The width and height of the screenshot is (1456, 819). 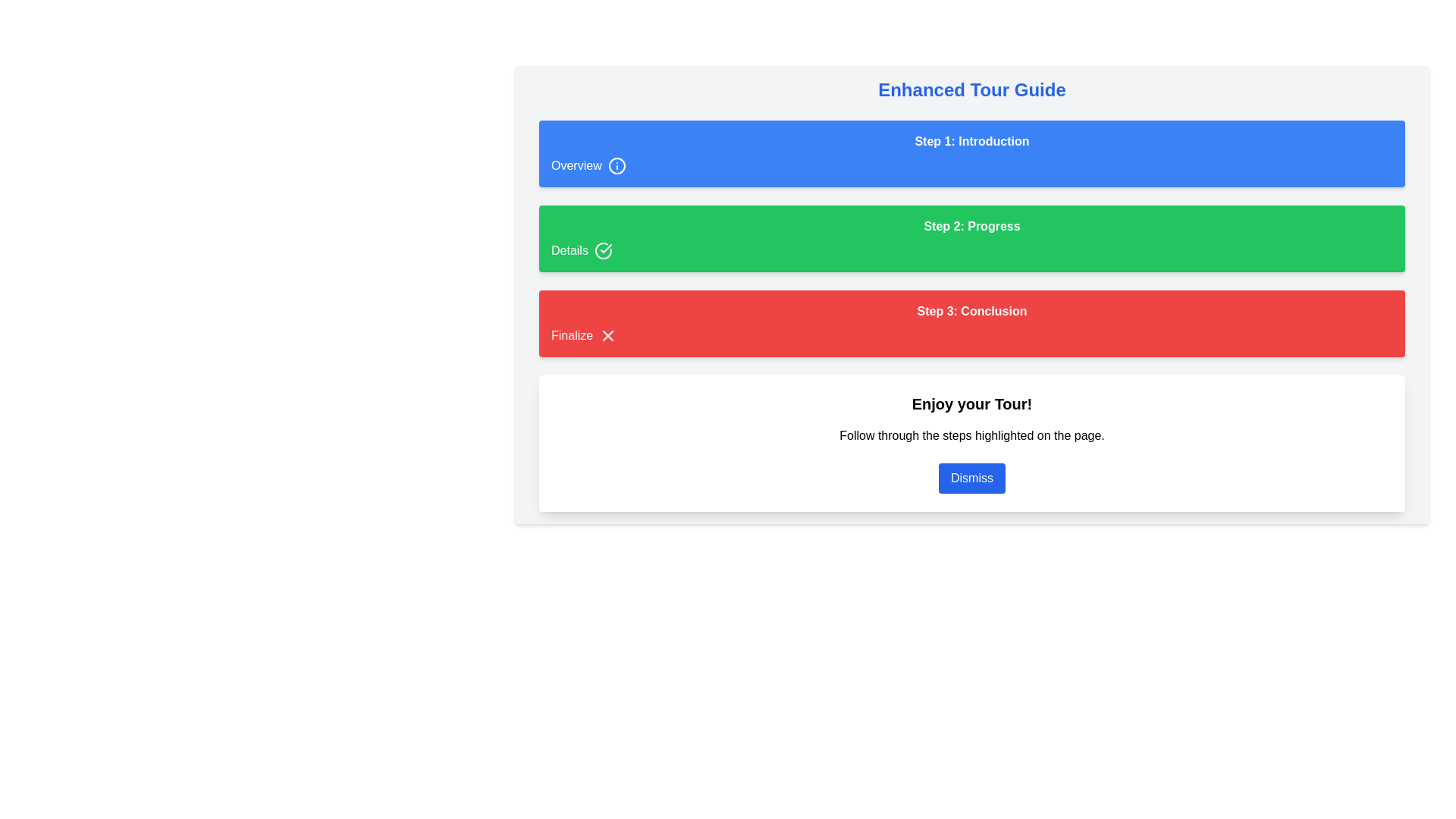 What do you see at coordinates (608, 335) in the screenshot?
I see `the small 'X' icon located at the right edge of the red 'Finalize' button, which indicates the action to finalize an operation` at bounding box center [608, 335].